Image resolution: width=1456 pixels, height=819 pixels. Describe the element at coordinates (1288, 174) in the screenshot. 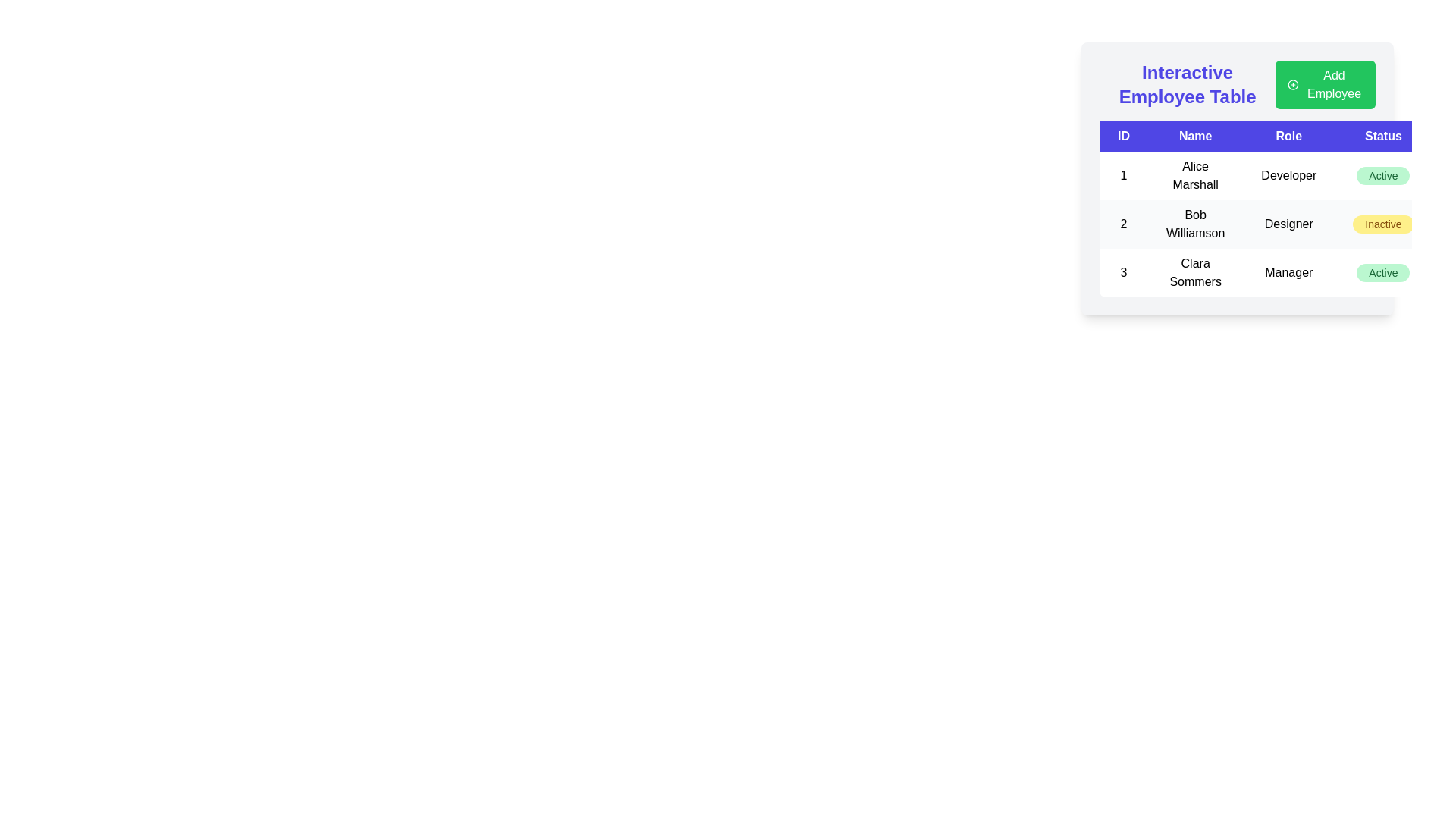

I see `the text label displaying 'Developer' in black font, located in the 'Role' column of the first row of the 'Interactive Employee Table' for the individual 'Alice Marshall'` at that location.